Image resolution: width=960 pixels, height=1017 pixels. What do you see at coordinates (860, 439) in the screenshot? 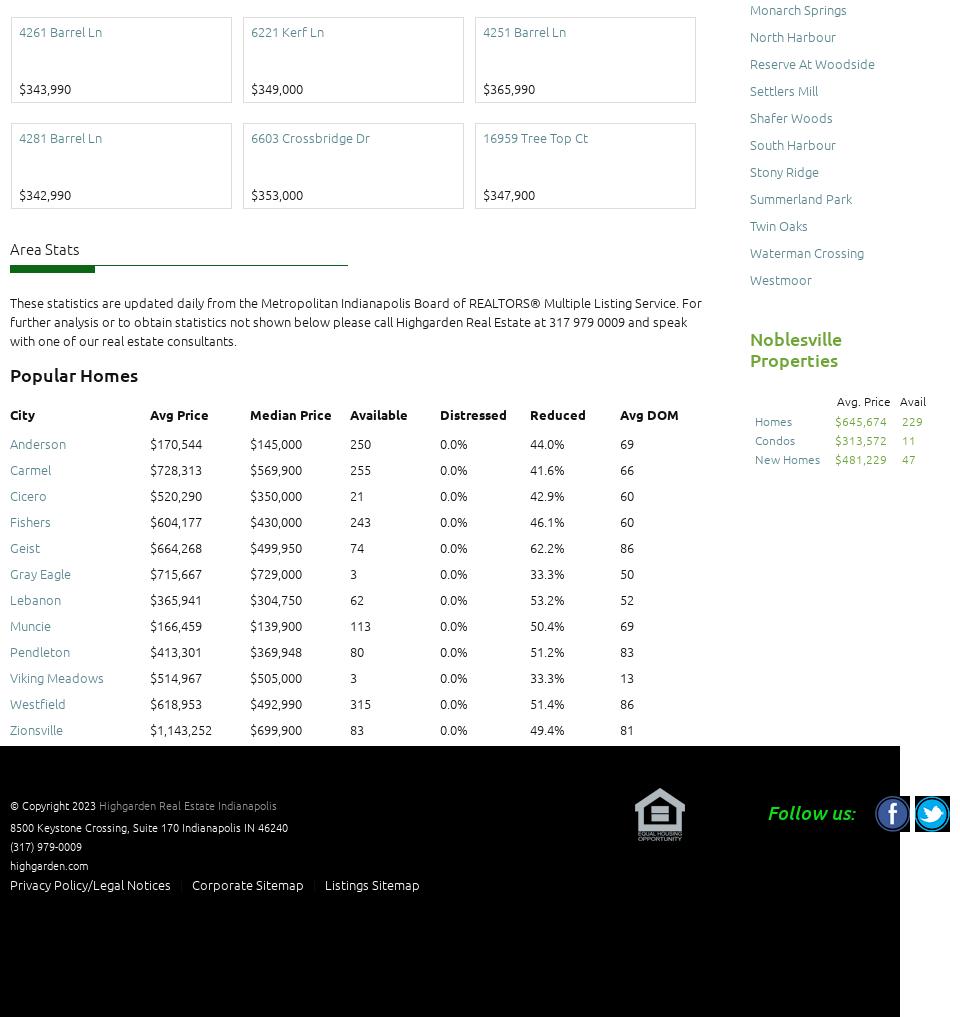
I see `'$313,572'` at bounding box center [860, 439].